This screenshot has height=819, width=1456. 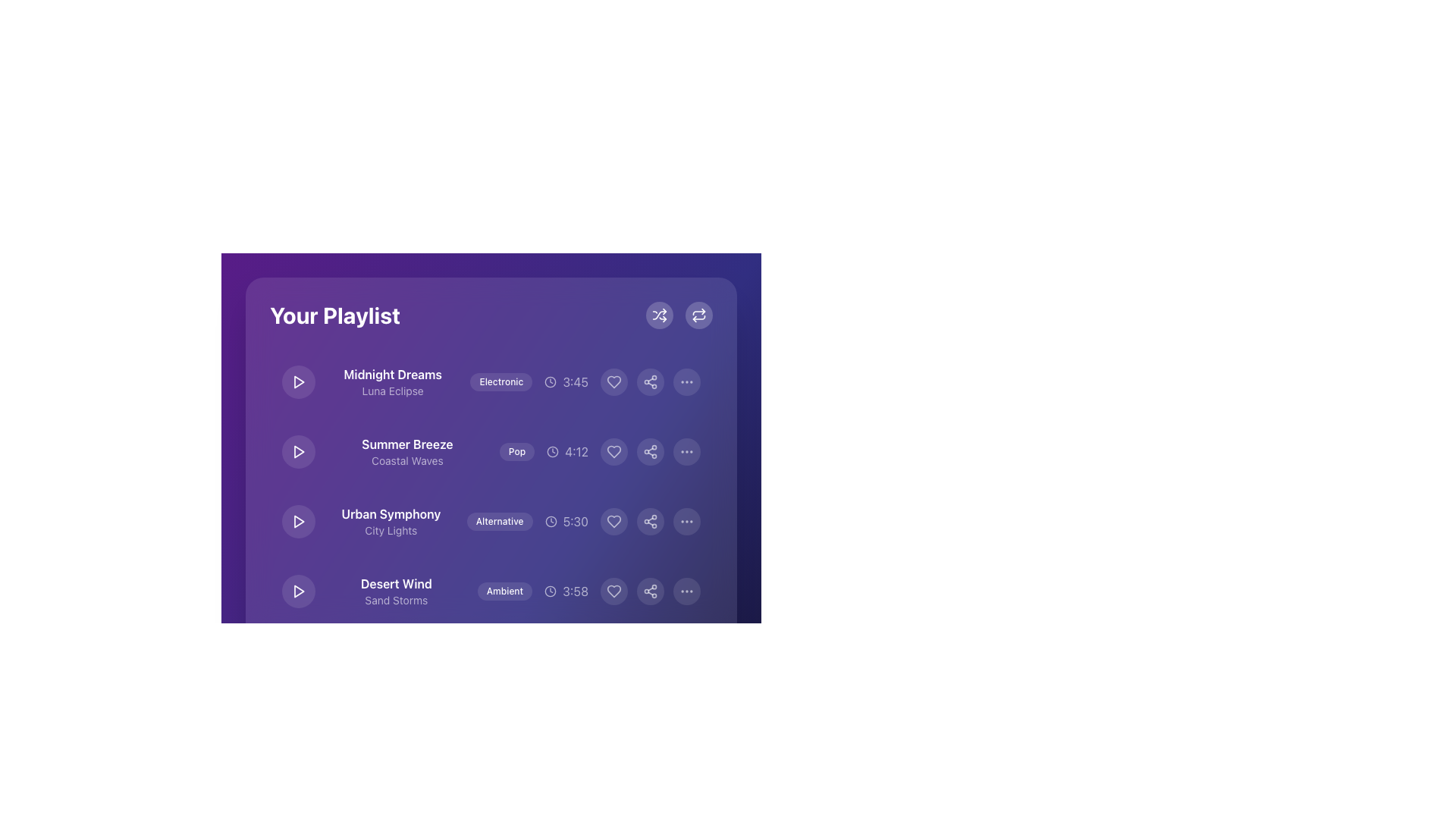 I want to click on the play button for the 'Summer Breeze' song, so click(x=298, y=451).